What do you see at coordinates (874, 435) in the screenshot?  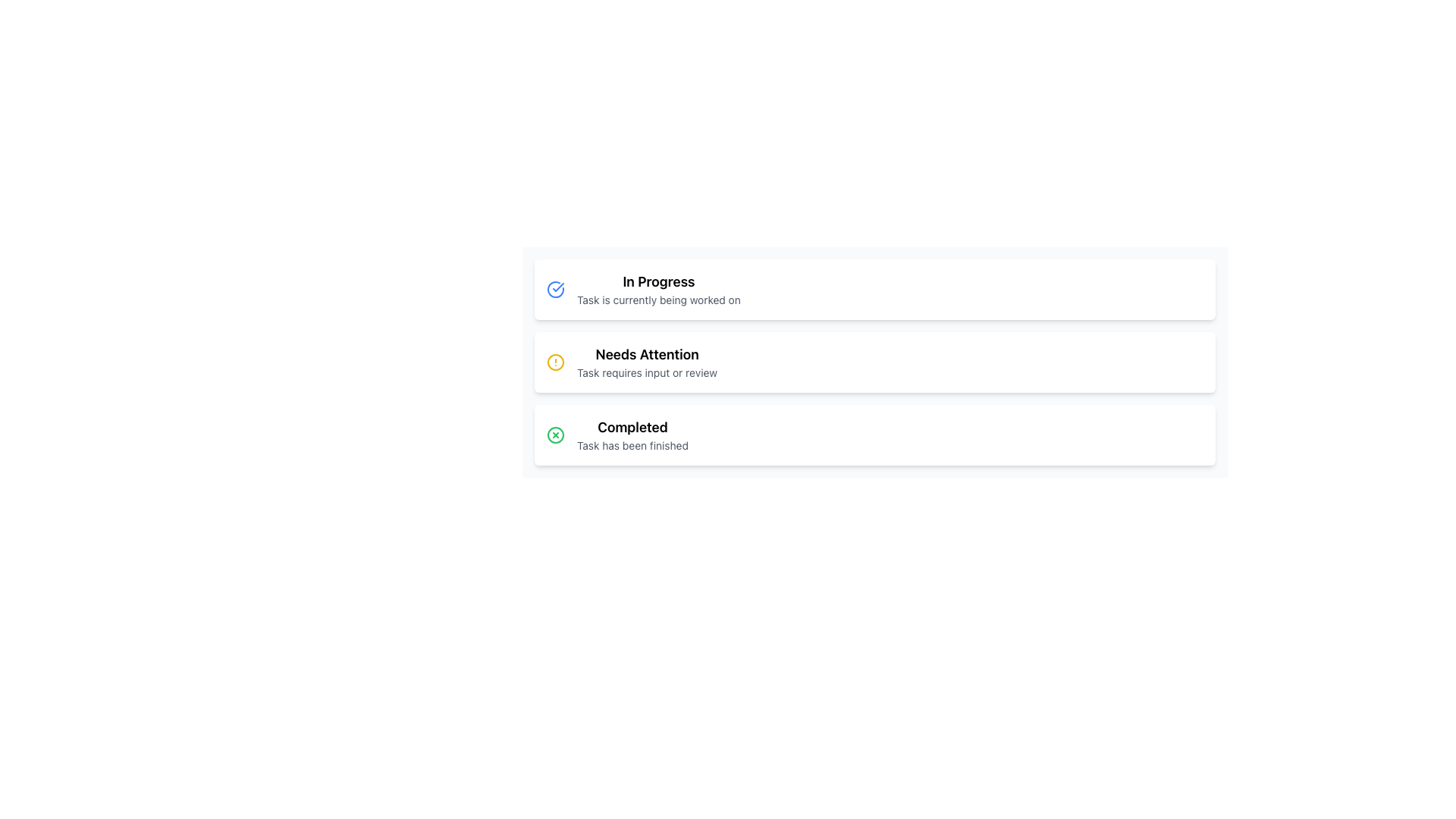 I see `the Informational Card, which is the third card in a vertical stack` at bounding box center [874, 435].